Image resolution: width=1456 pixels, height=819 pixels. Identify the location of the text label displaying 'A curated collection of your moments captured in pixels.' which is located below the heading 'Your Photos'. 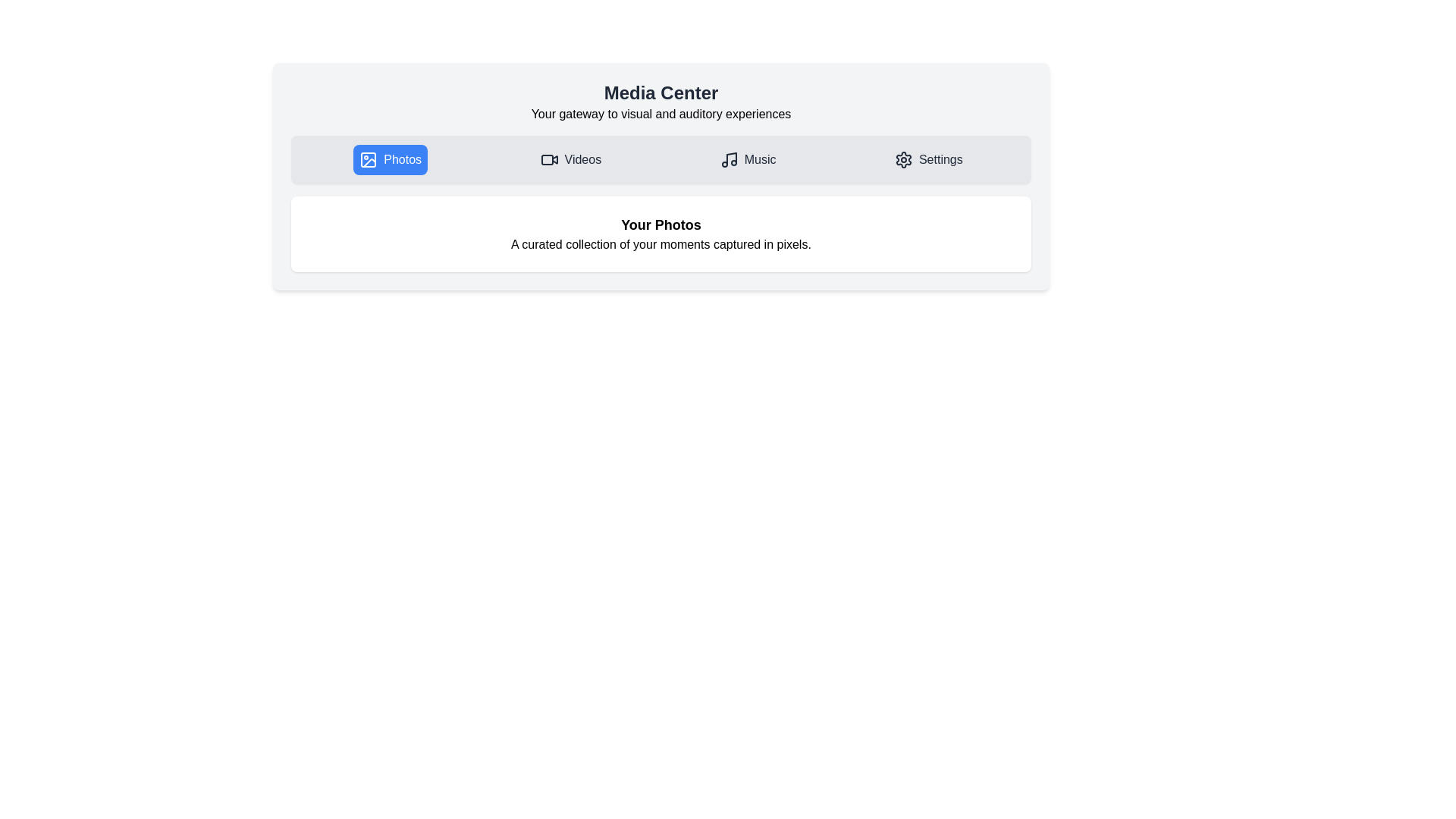
(661, 244).